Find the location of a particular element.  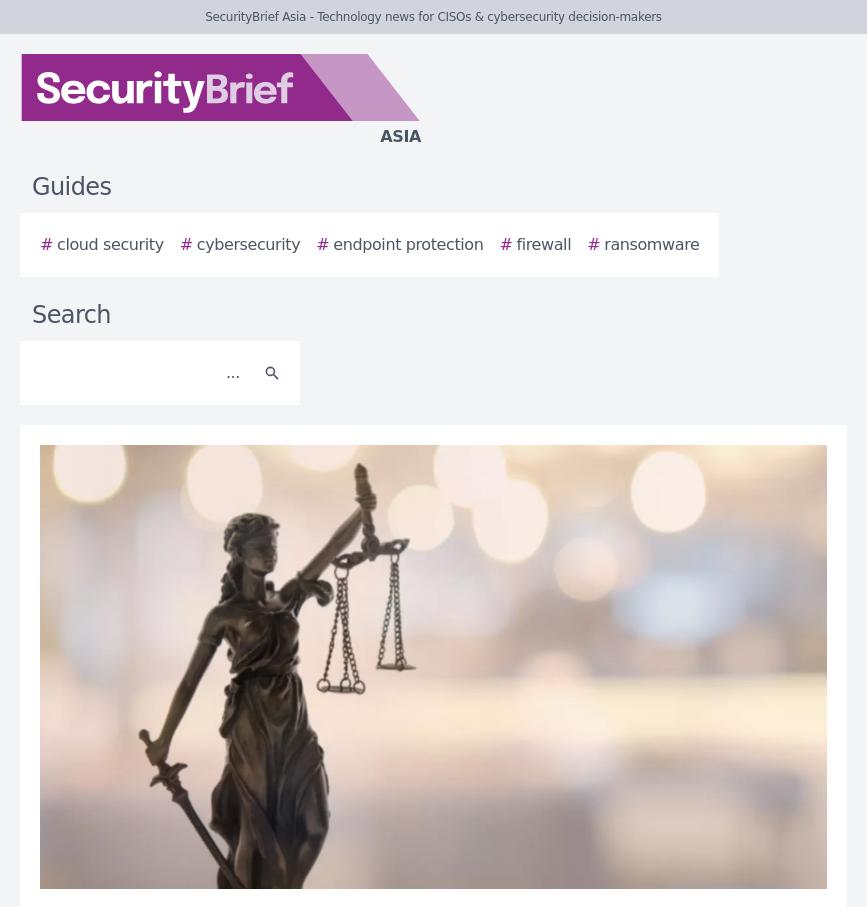

'ransomware' is located at coordinates (603, 244).